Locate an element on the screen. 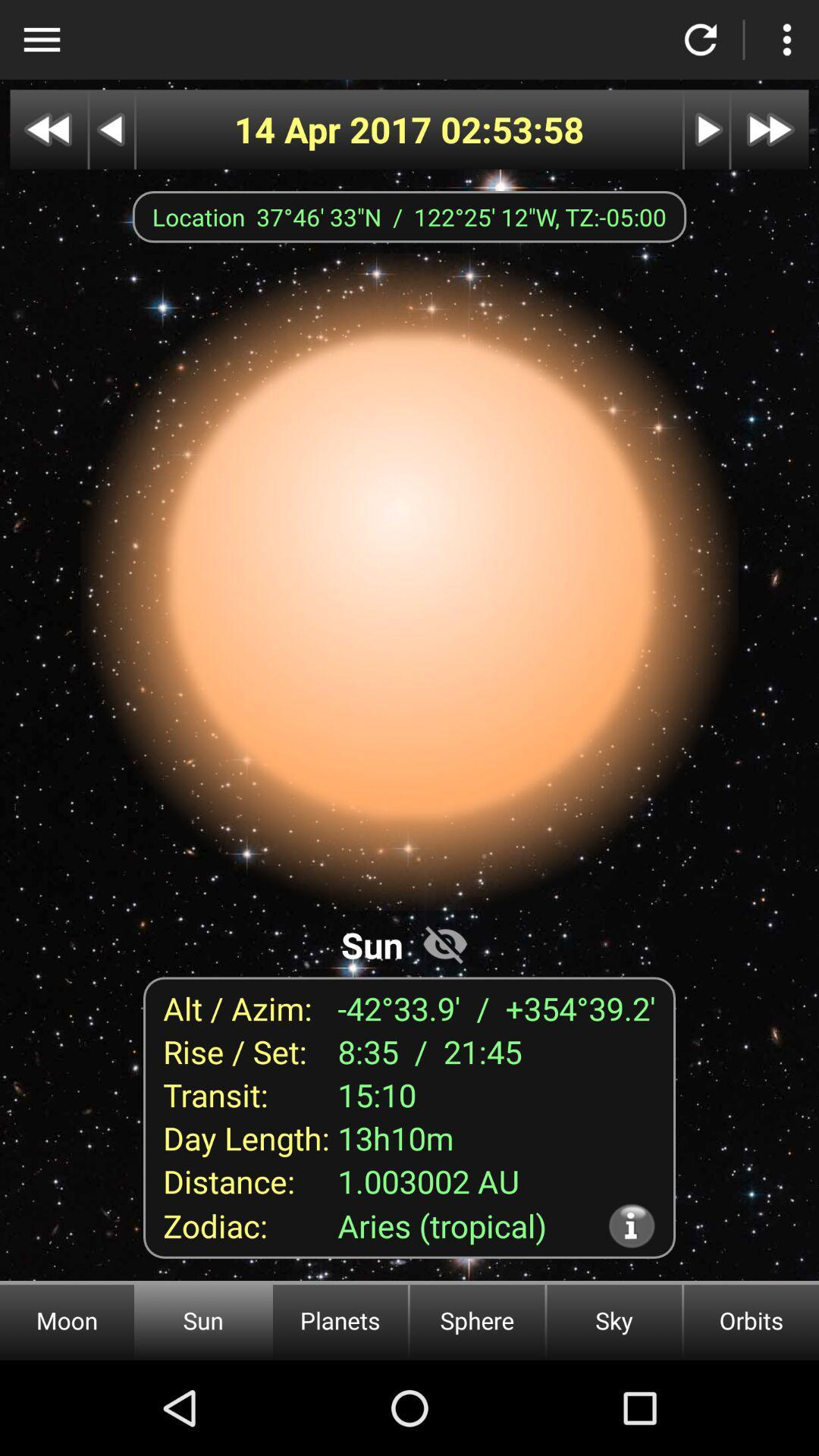  settings is located at coordinates (786, 39).